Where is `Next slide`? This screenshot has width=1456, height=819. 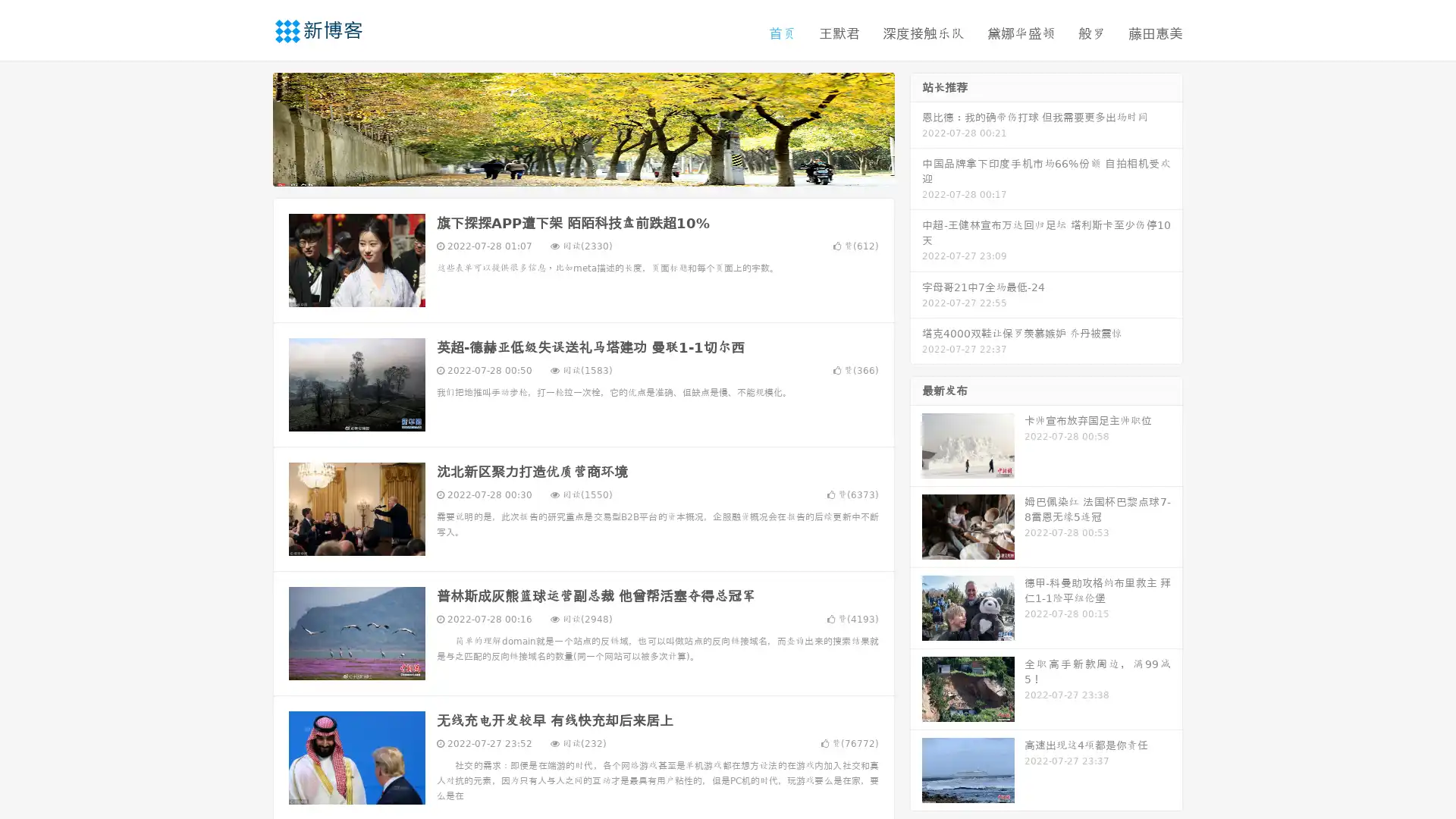
Next slide is located at coordinates (916, 127).